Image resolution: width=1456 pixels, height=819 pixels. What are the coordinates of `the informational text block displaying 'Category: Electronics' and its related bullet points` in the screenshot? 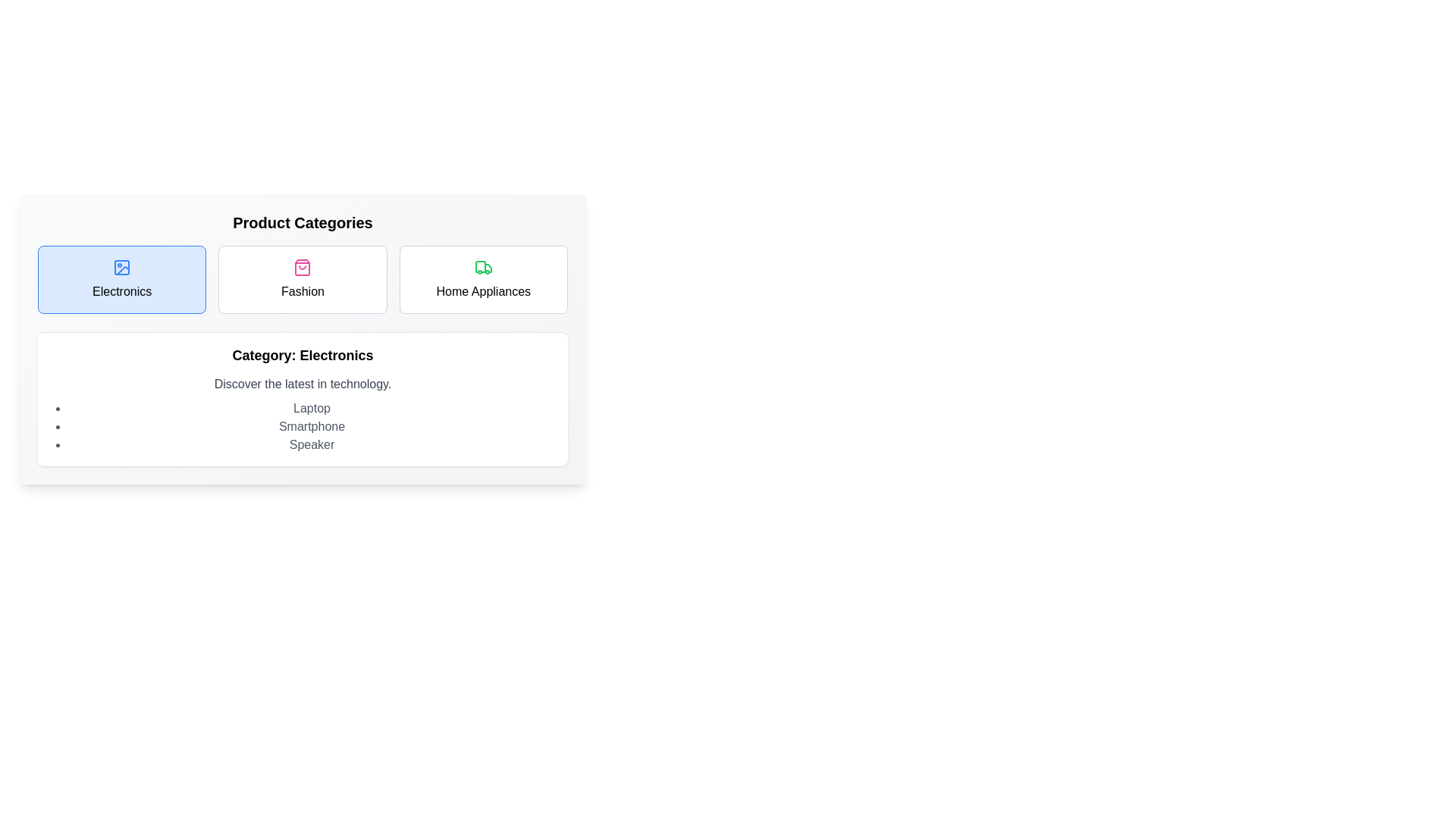 It's located at (303, 398).